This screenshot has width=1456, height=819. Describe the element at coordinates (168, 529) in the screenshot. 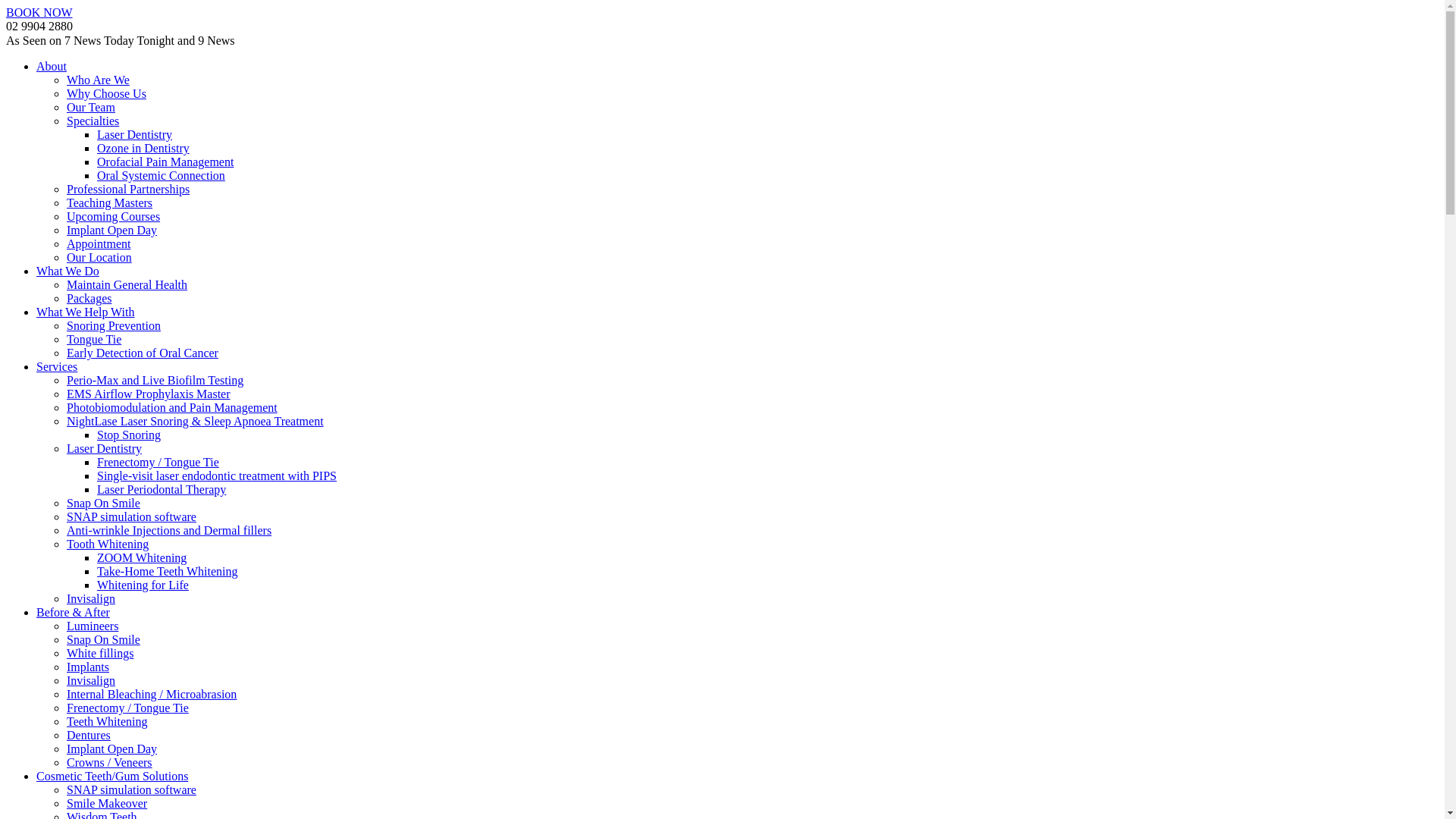

I see `'Anti-wrinkle Injections and Dermal fillers'` at that location.